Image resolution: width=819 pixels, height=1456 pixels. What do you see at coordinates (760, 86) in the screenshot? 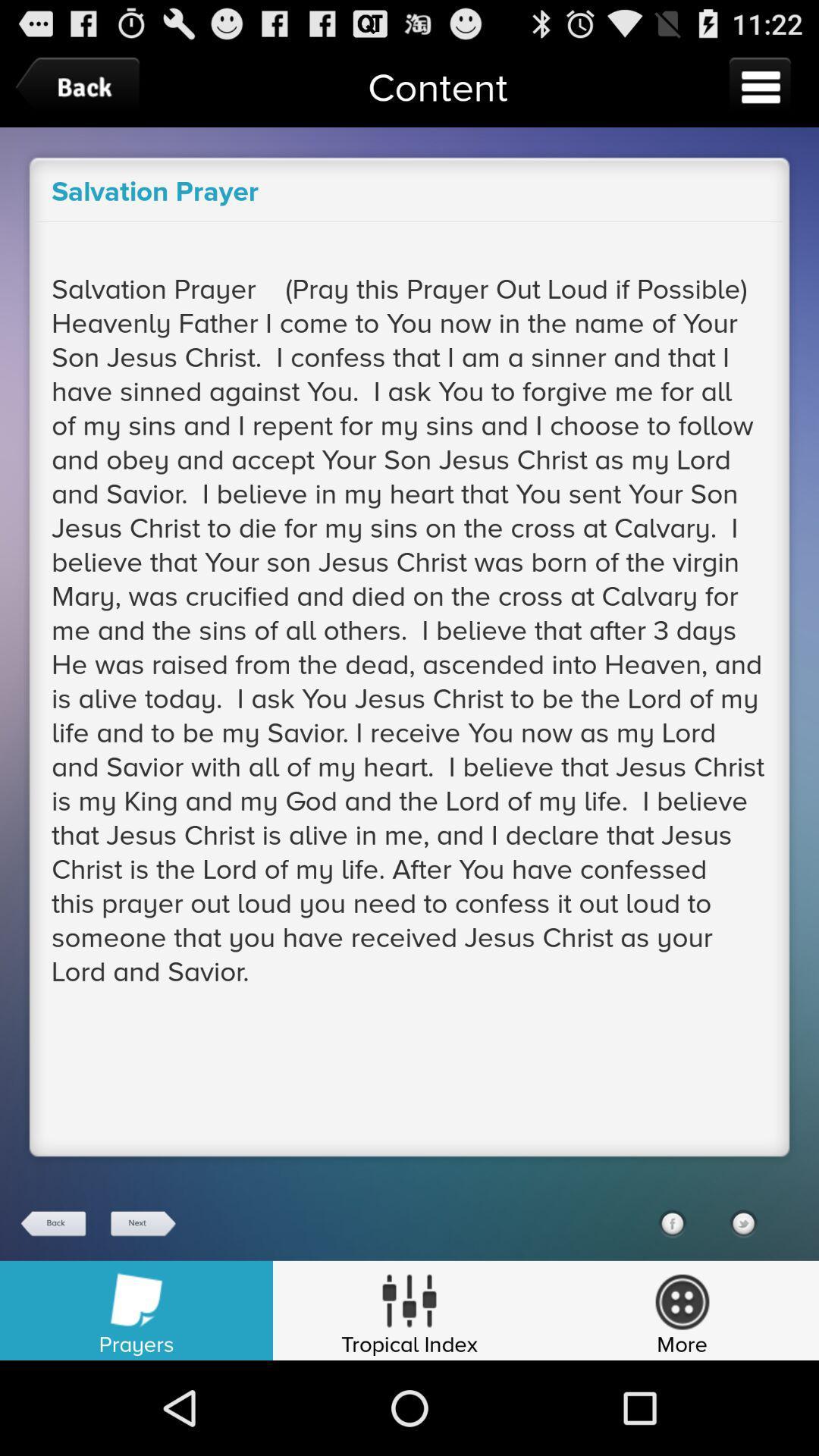
I see `open menu` at bounding box center [760, 86].